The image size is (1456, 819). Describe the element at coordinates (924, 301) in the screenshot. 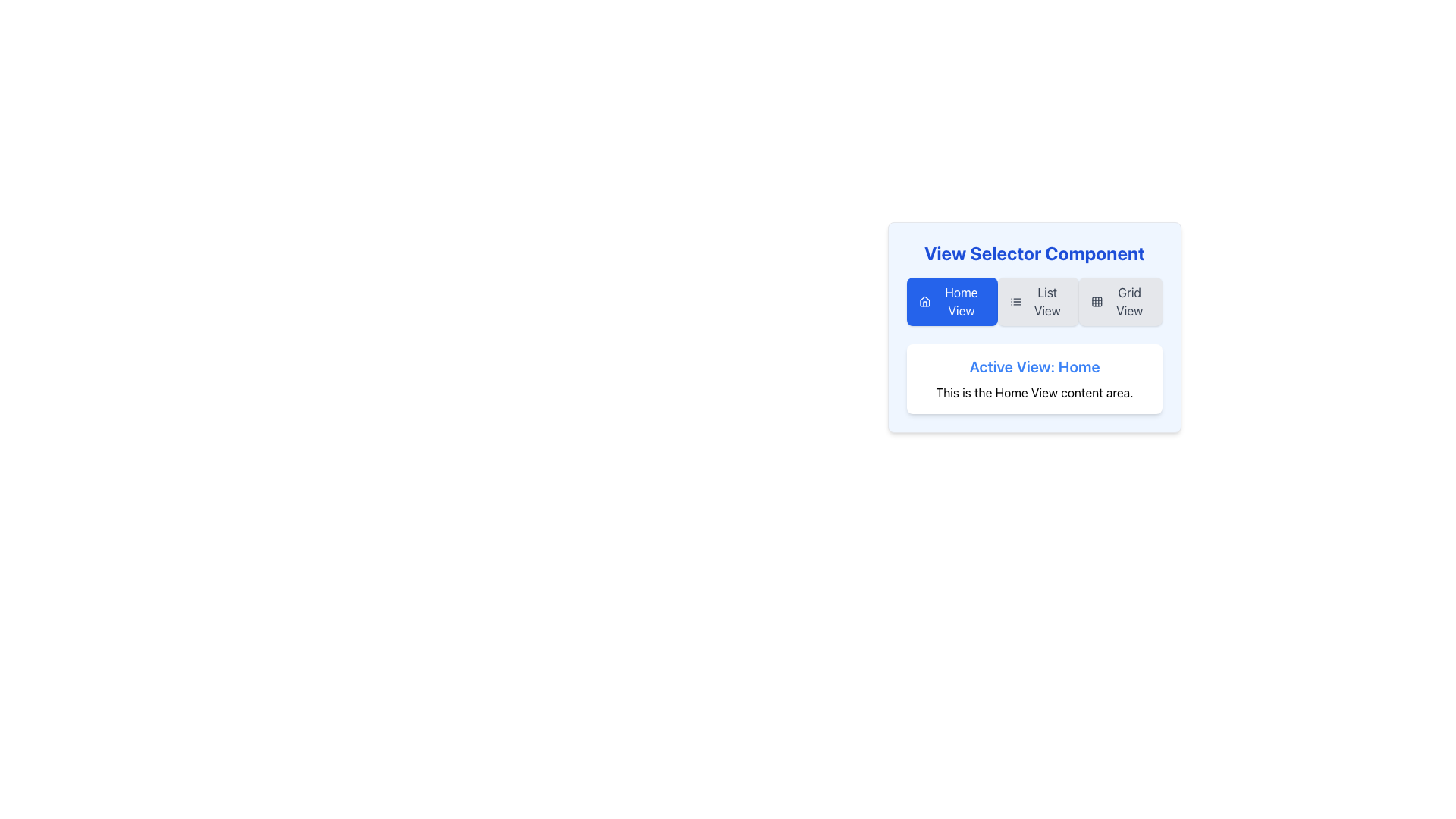

I see `the 'Home View' icon in the 'View Selector Component', which is the leftmost item in the button labeled 'Home View'` at that location.